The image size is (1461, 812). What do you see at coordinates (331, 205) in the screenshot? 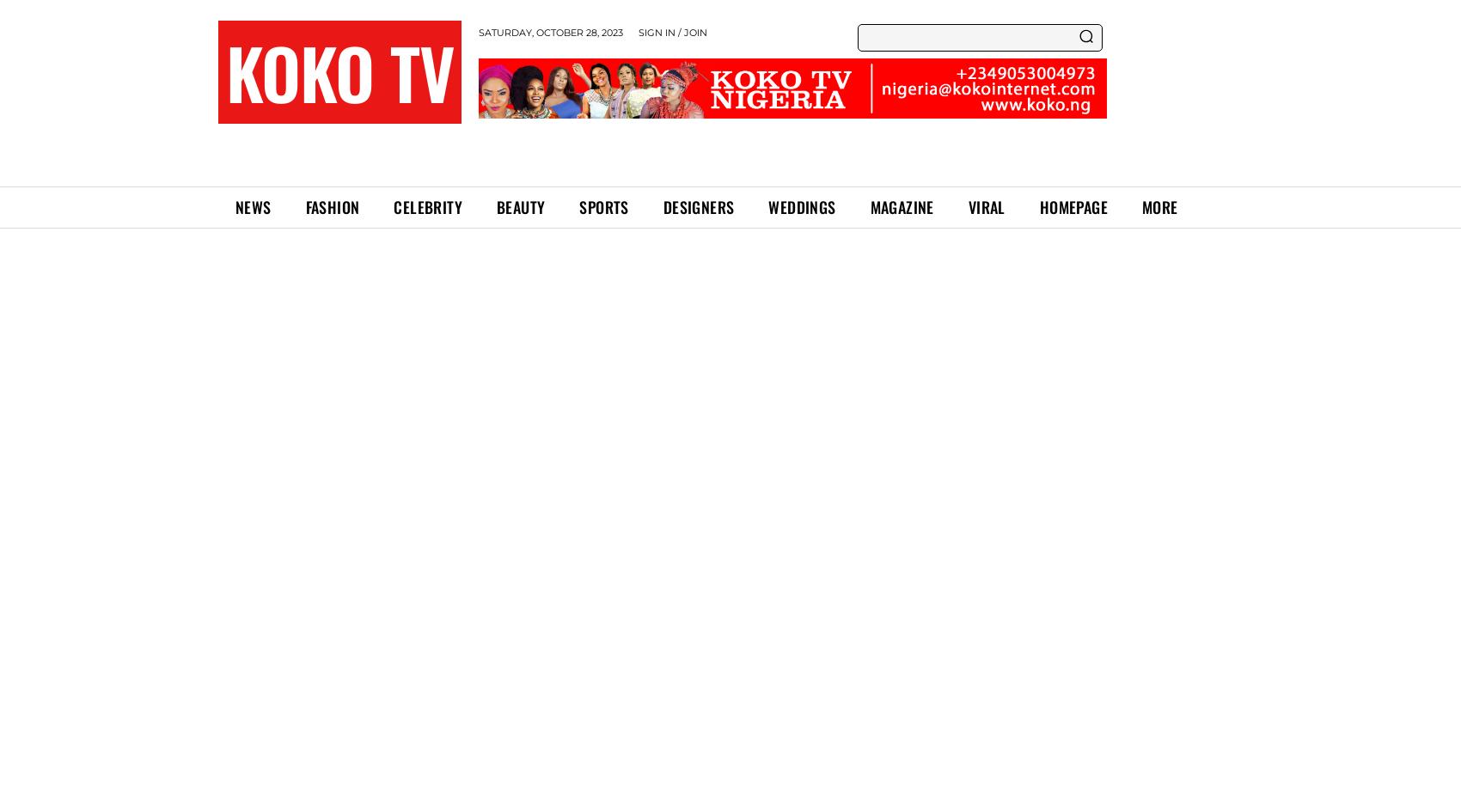
I see `'FASHION'` at bounding box center [331, 205].